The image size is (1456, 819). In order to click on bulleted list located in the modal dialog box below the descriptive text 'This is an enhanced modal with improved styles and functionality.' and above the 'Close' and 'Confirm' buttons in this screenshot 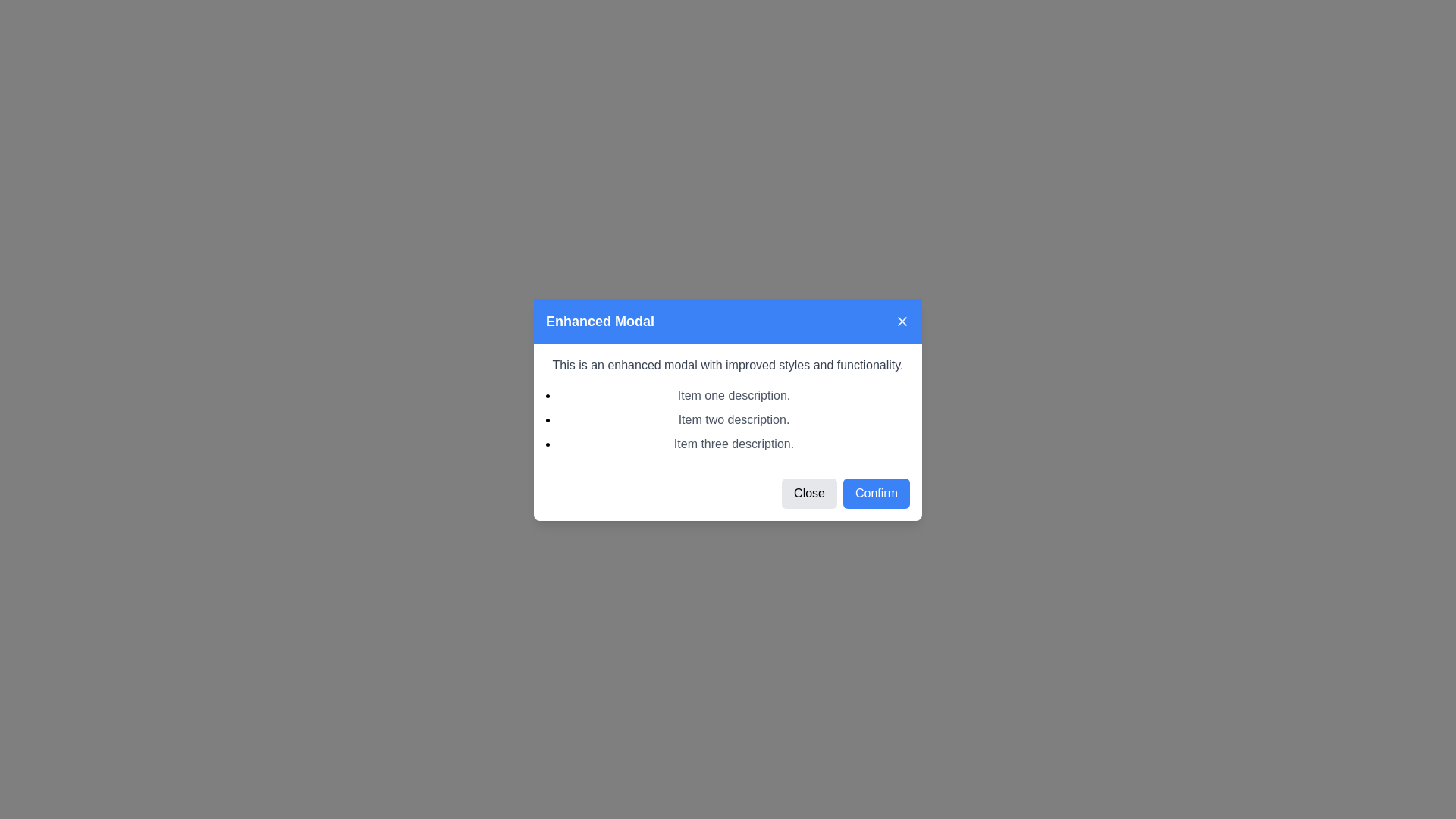, I will do `click(728, 419)`.